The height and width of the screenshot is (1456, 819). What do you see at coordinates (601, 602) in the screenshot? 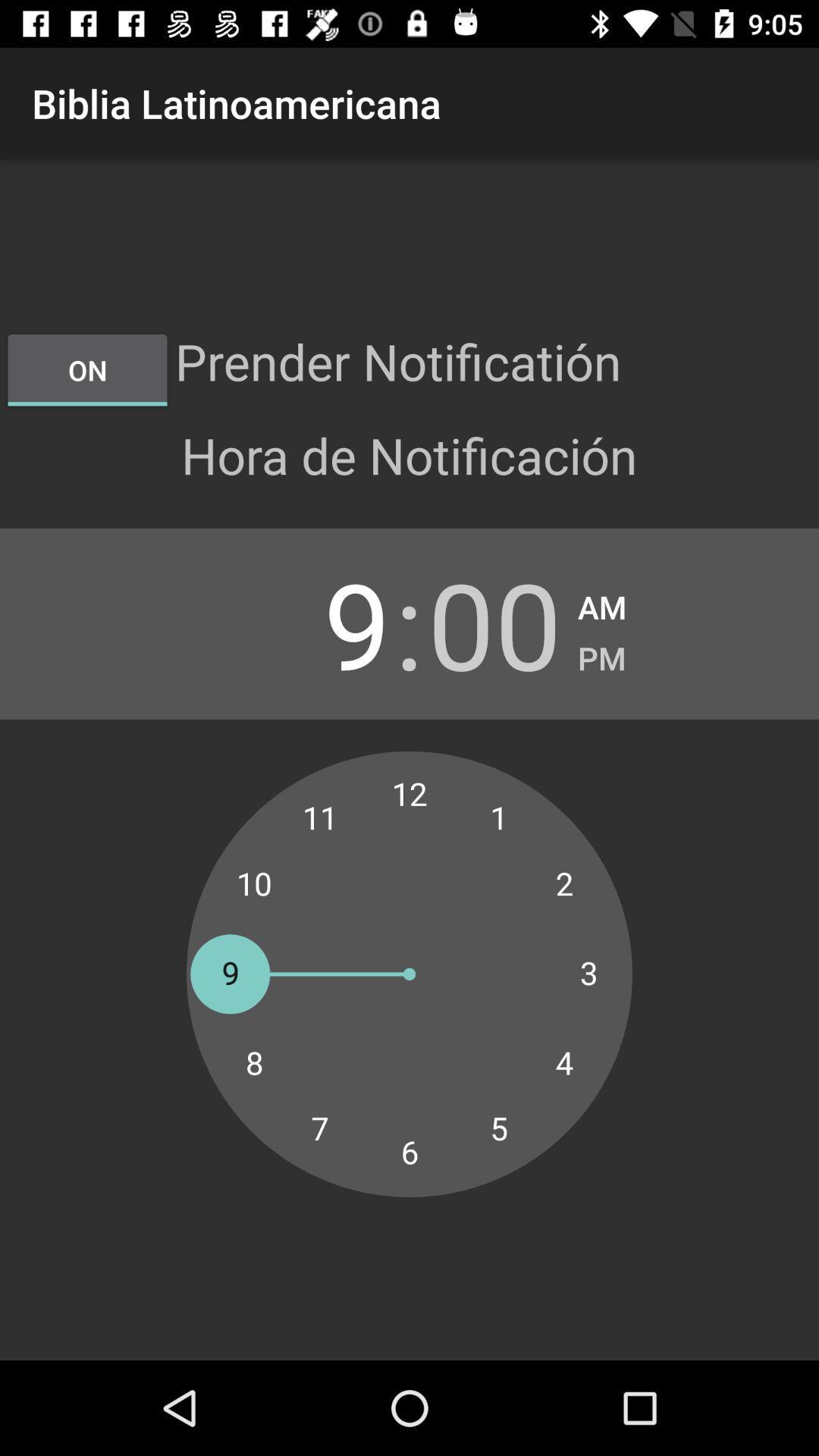
I see `the item above pm checkbox` at bounding box center [601, 602].